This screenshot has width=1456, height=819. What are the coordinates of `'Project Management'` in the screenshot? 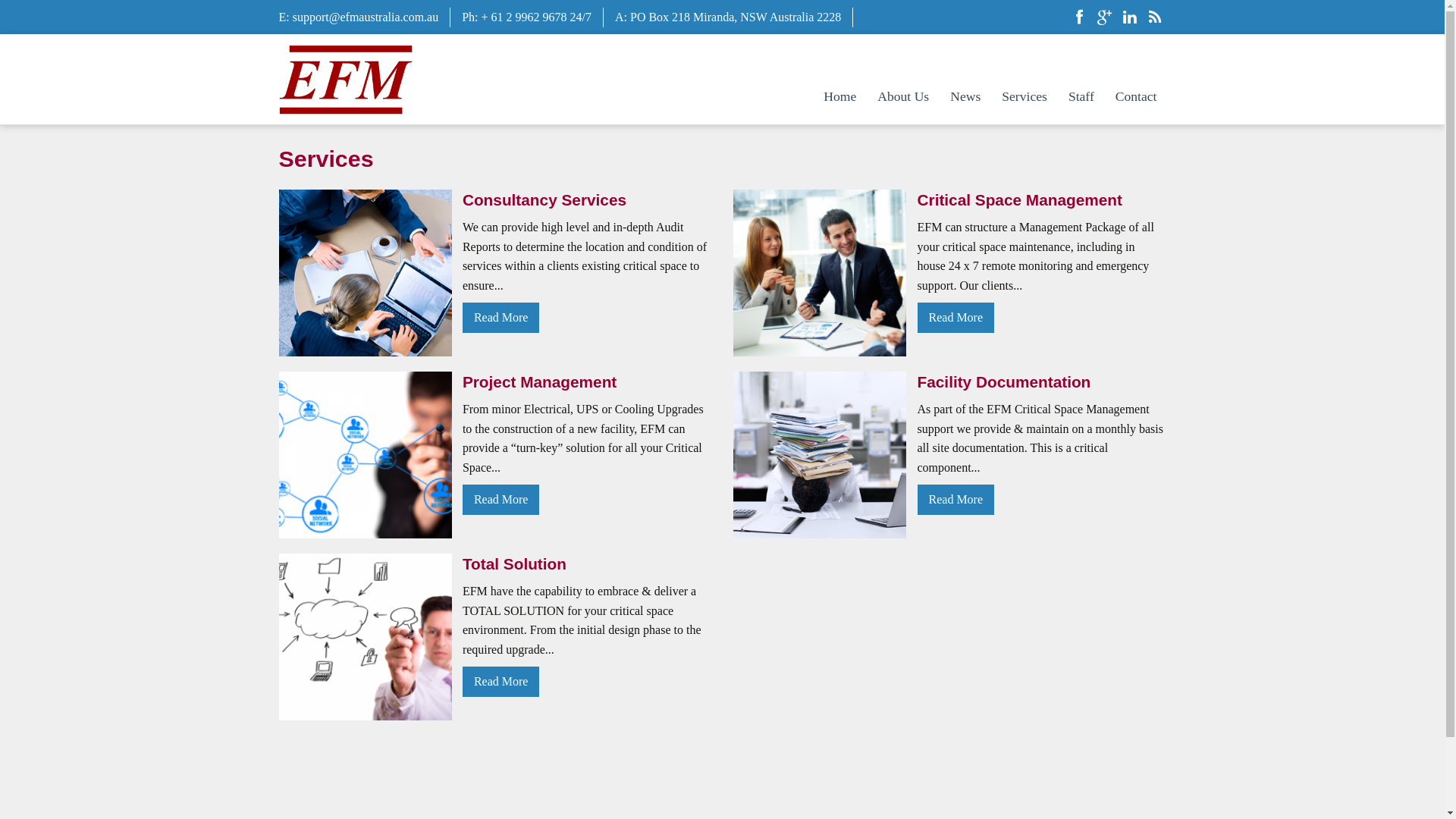 It's located at (585, 381).